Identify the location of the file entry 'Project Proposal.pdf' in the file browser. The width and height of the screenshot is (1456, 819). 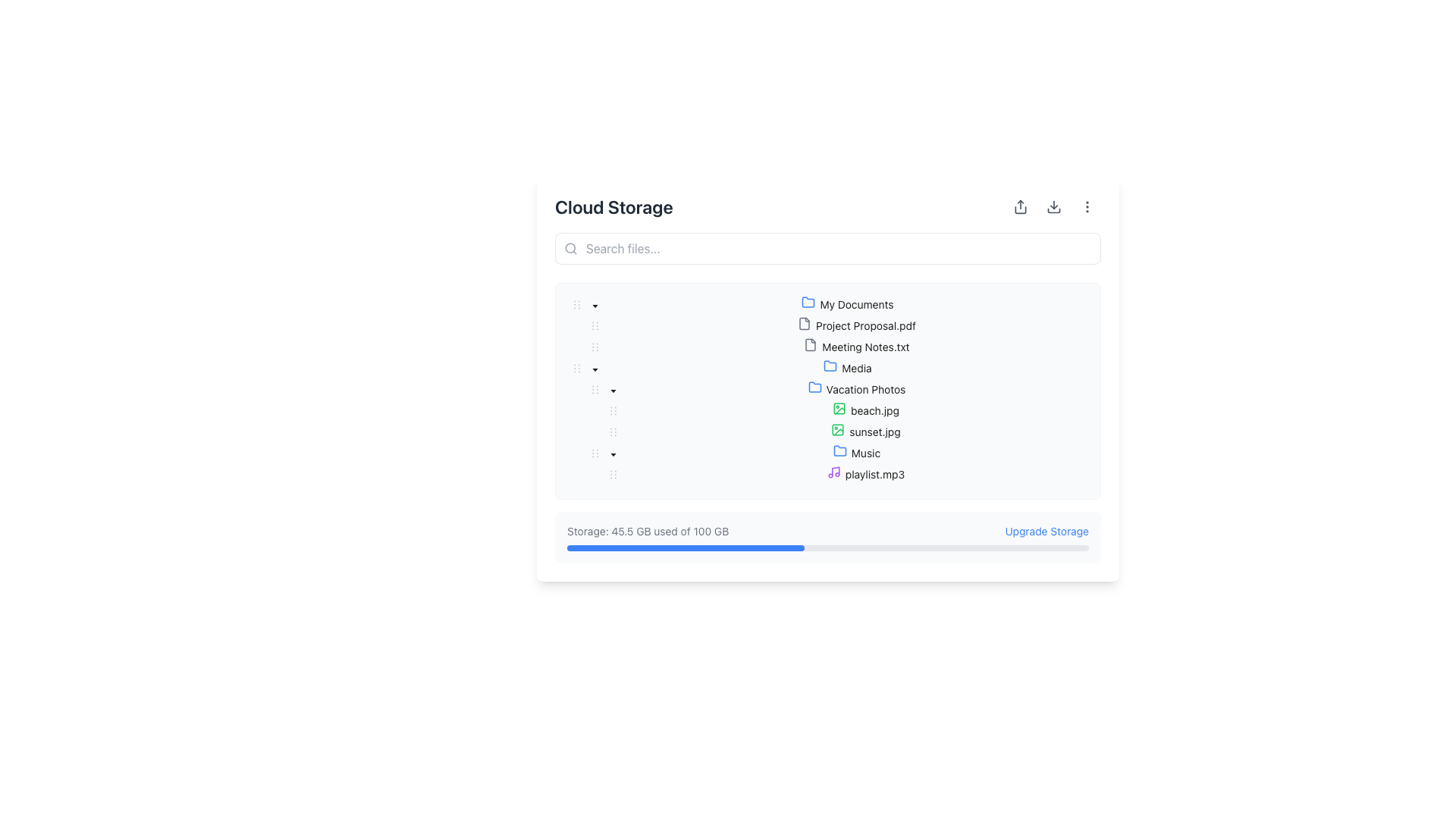
(856, 325).